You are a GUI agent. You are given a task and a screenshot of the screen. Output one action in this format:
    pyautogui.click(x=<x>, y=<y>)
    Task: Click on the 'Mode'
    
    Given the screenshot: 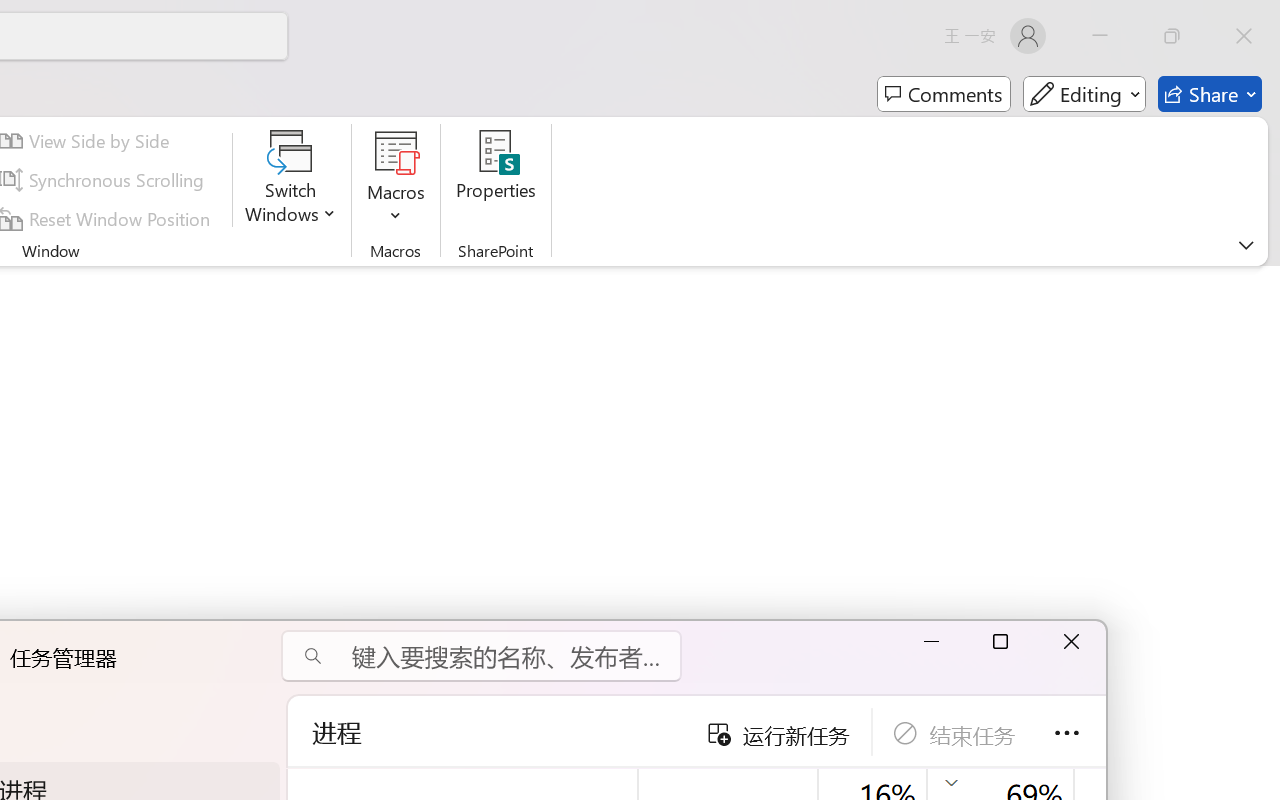 What is the action you would take?
    pyautogui.click(x=1083, y=94)
    